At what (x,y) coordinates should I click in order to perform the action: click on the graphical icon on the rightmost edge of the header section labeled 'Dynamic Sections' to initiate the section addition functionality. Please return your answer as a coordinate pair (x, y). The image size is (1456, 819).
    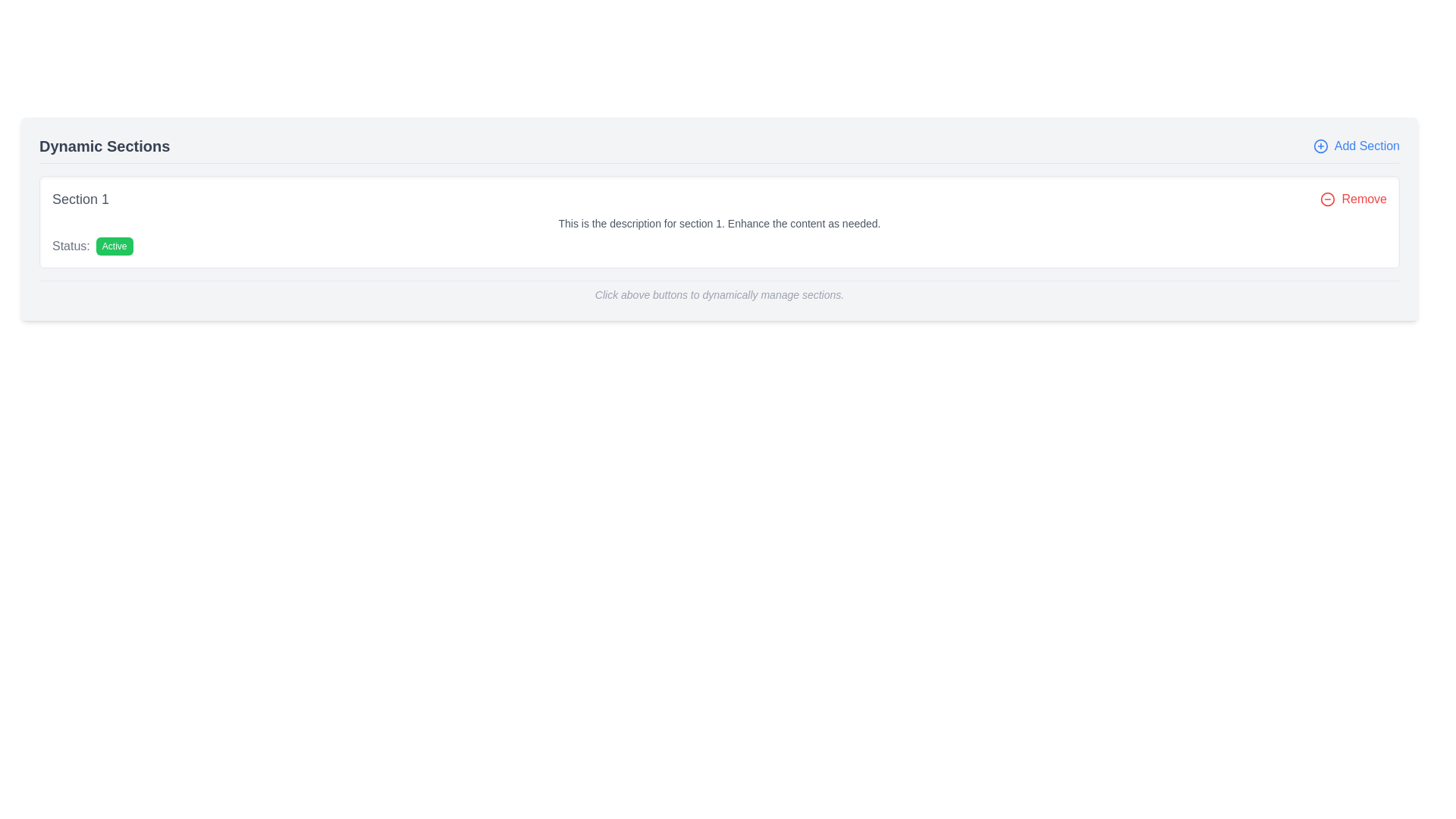
    Looking at the image, I should click on (1319, 146).